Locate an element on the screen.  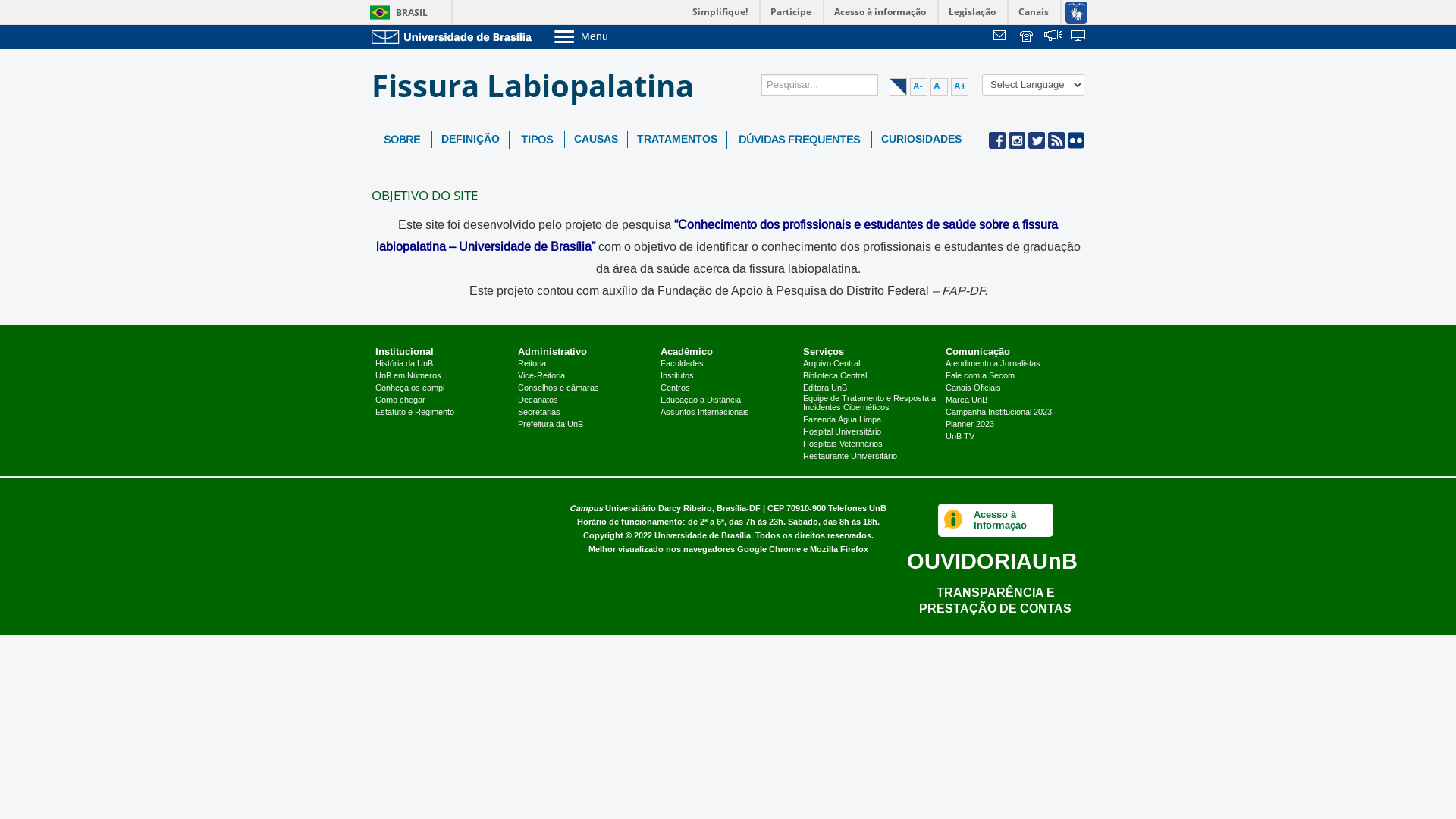
'Fala.BR' is located at coordinates (1043, 36).